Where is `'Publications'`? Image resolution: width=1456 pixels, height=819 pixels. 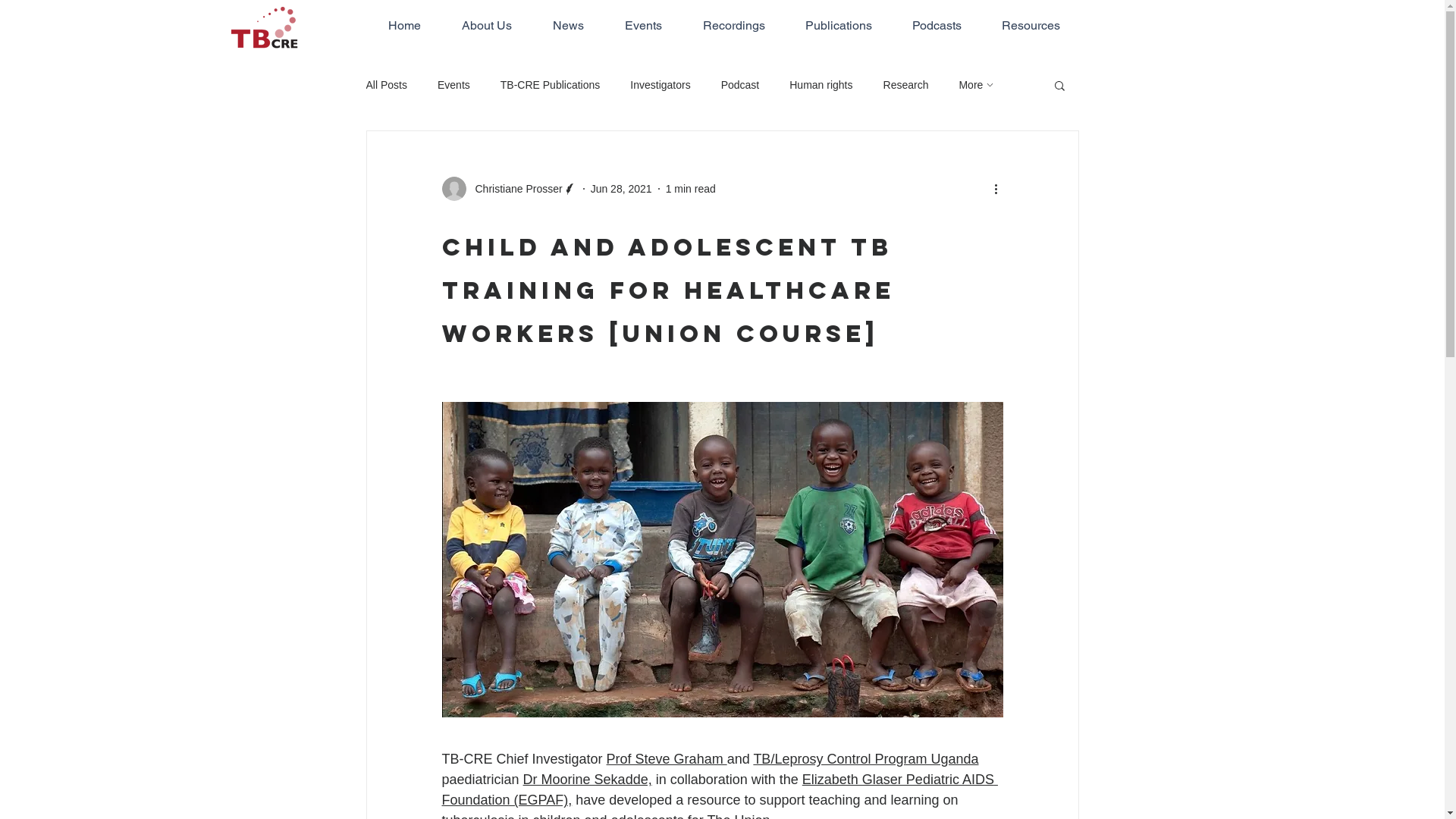
'Publications' is located at coordinates (837, 25).